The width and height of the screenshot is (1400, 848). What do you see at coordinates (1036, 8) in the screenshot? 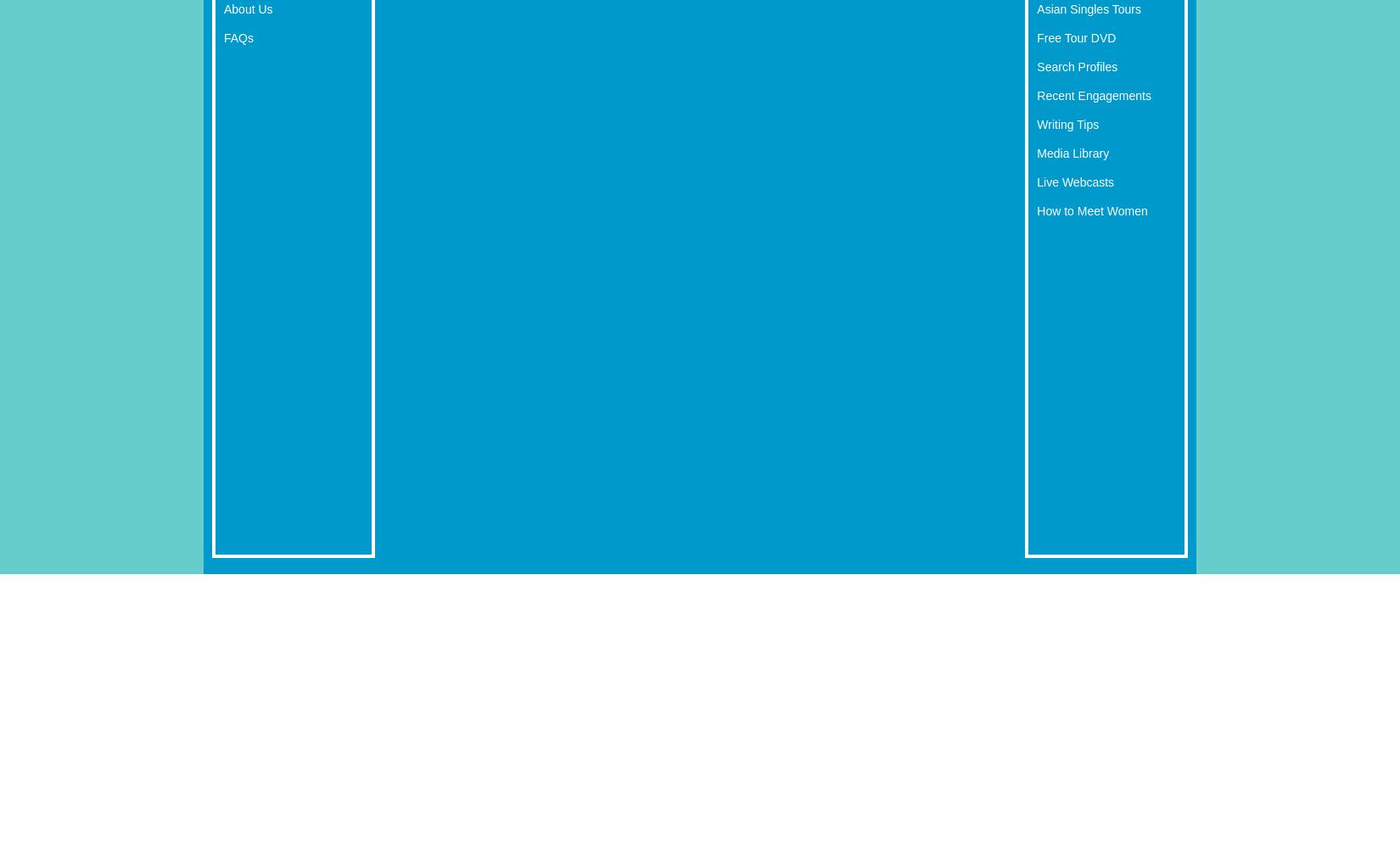
I see `'Asian Singles Tours'` at bounding box center [1036, 8].